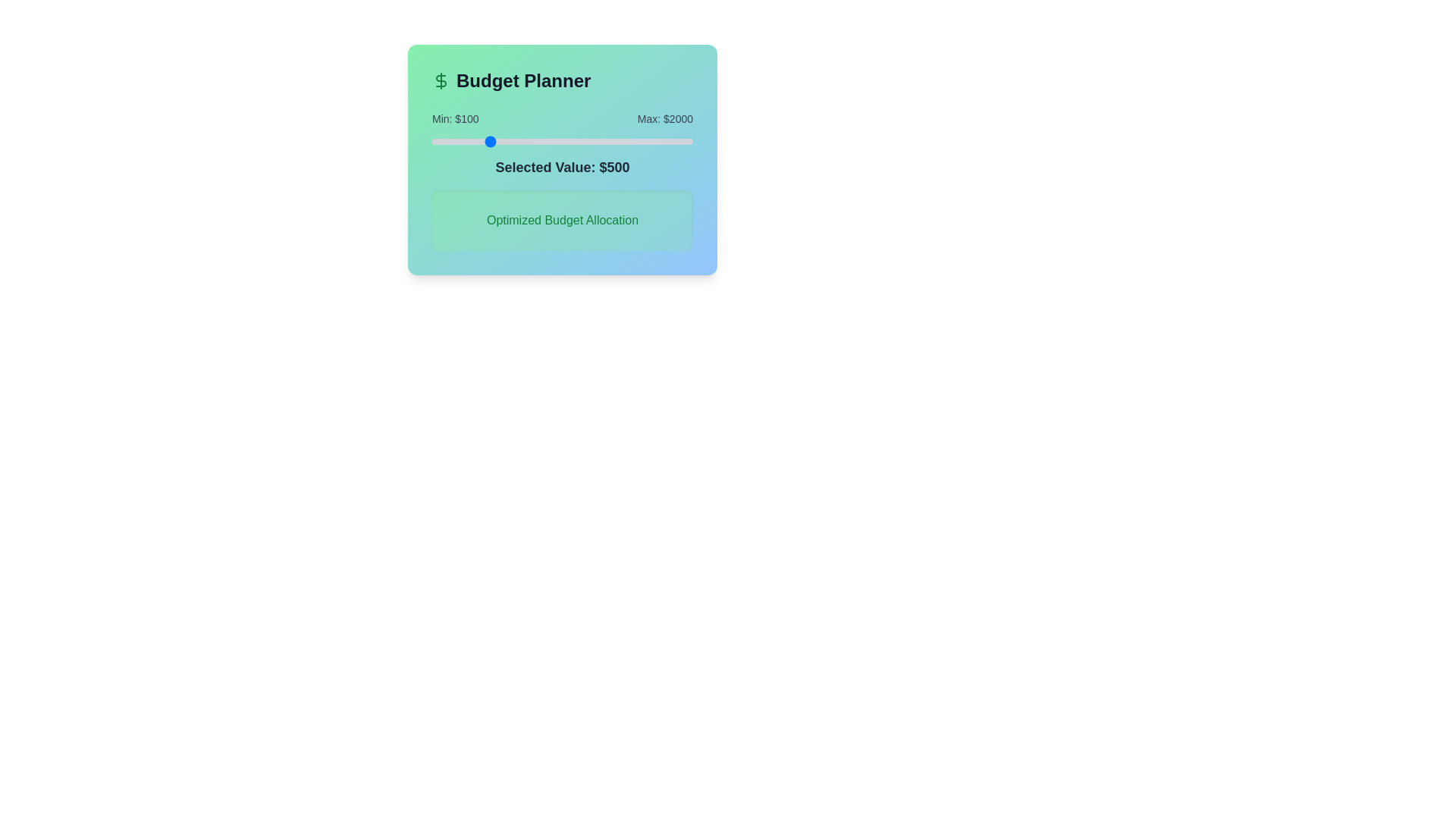  Describe the element at coordinates (667, 141) in the screenshot. I see `the slider to the desired value 1822` at that location.